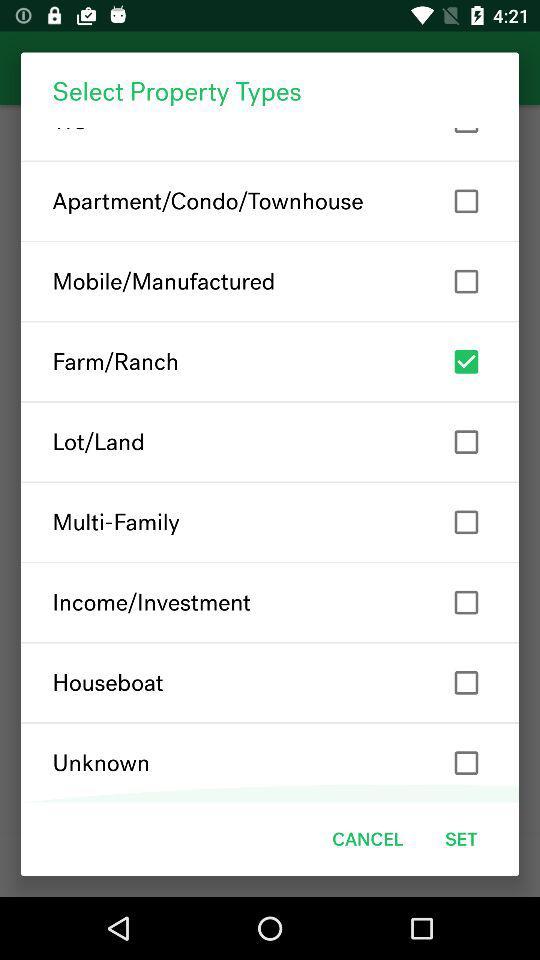  I want to click on the item above the multi-family item, so click(270, 442).